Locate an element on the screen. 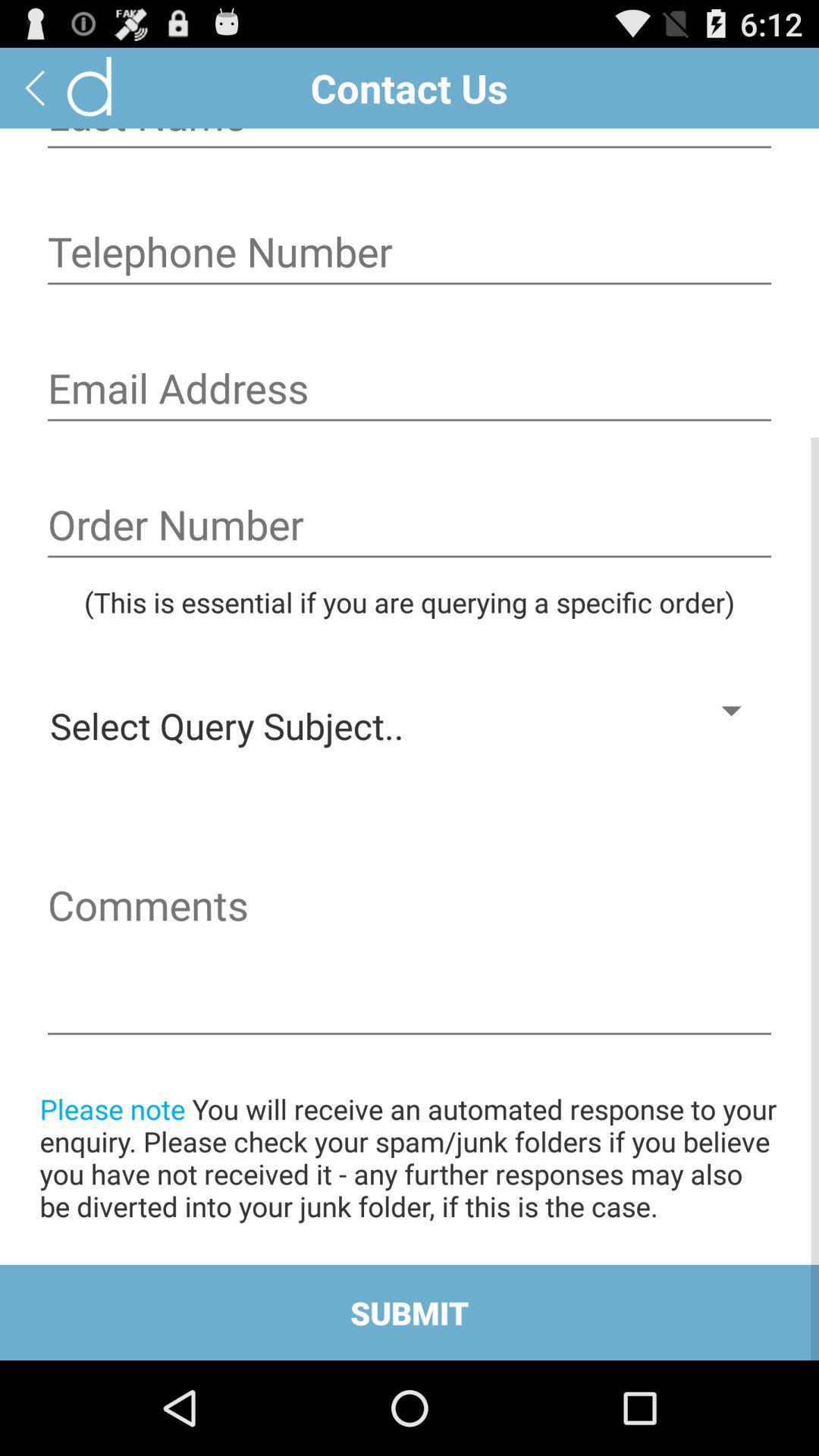  the arrow_backward icon is located at coordinates (34, 93).